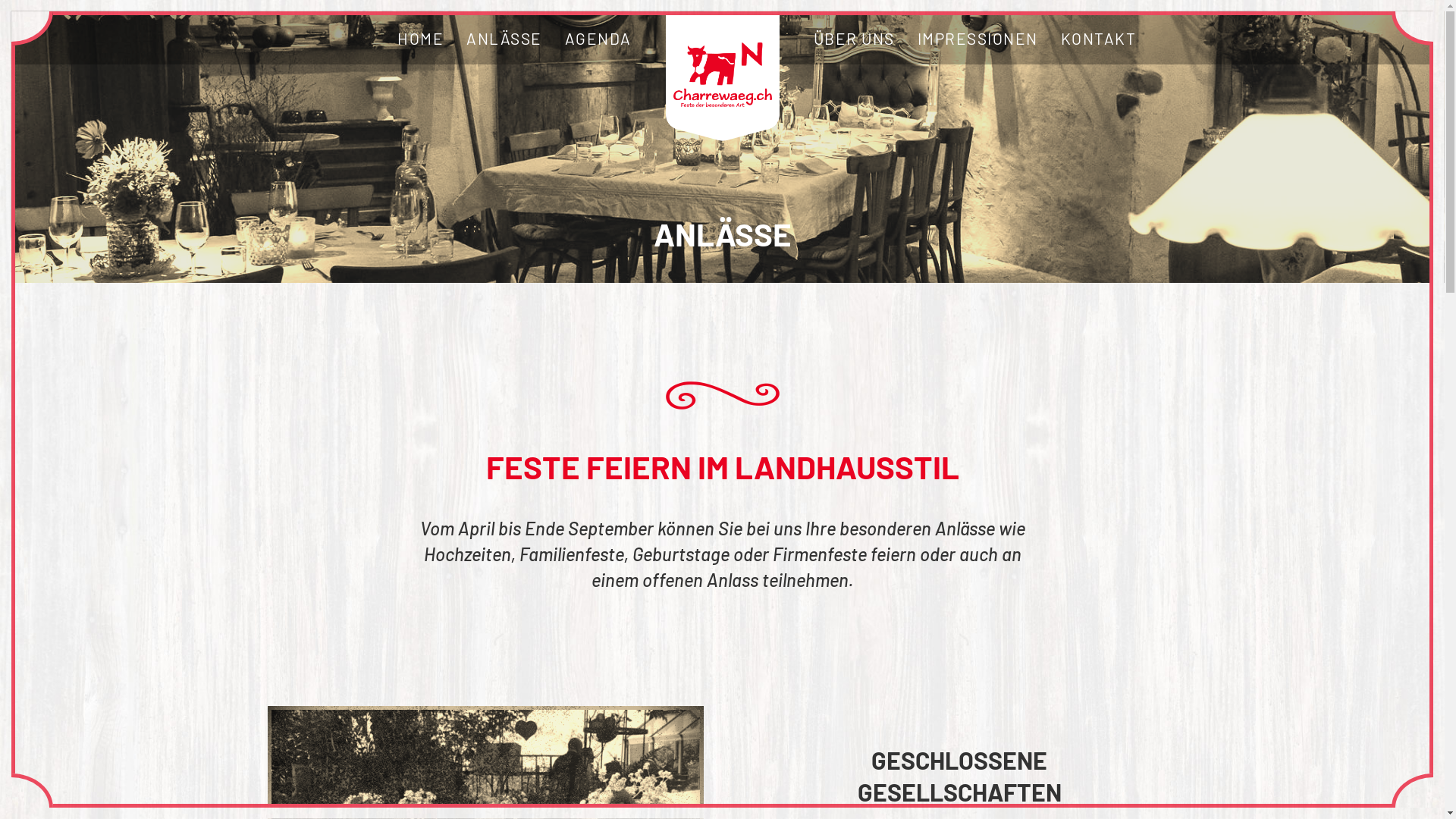 Image resolution: width=1456 pixels, height=819 pixels. I want to click on 'HOME', so click(420, 39).